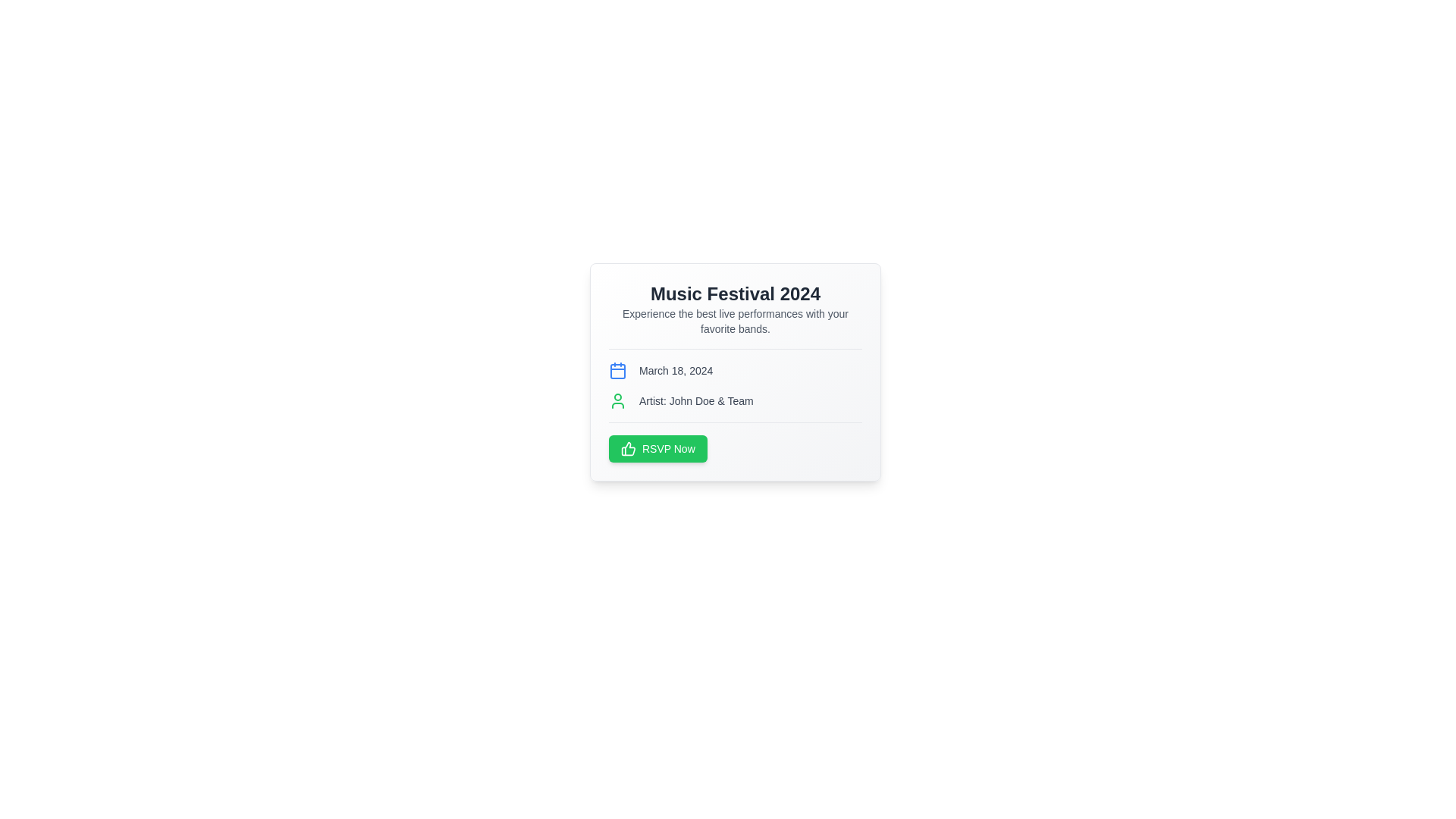 The image size is (1456, 819). I want to click on the green rectangular button labeled 'RSVP Now' with a thumbs-up icon to RSVP for the Music Festival 2024, so click(657, 447).